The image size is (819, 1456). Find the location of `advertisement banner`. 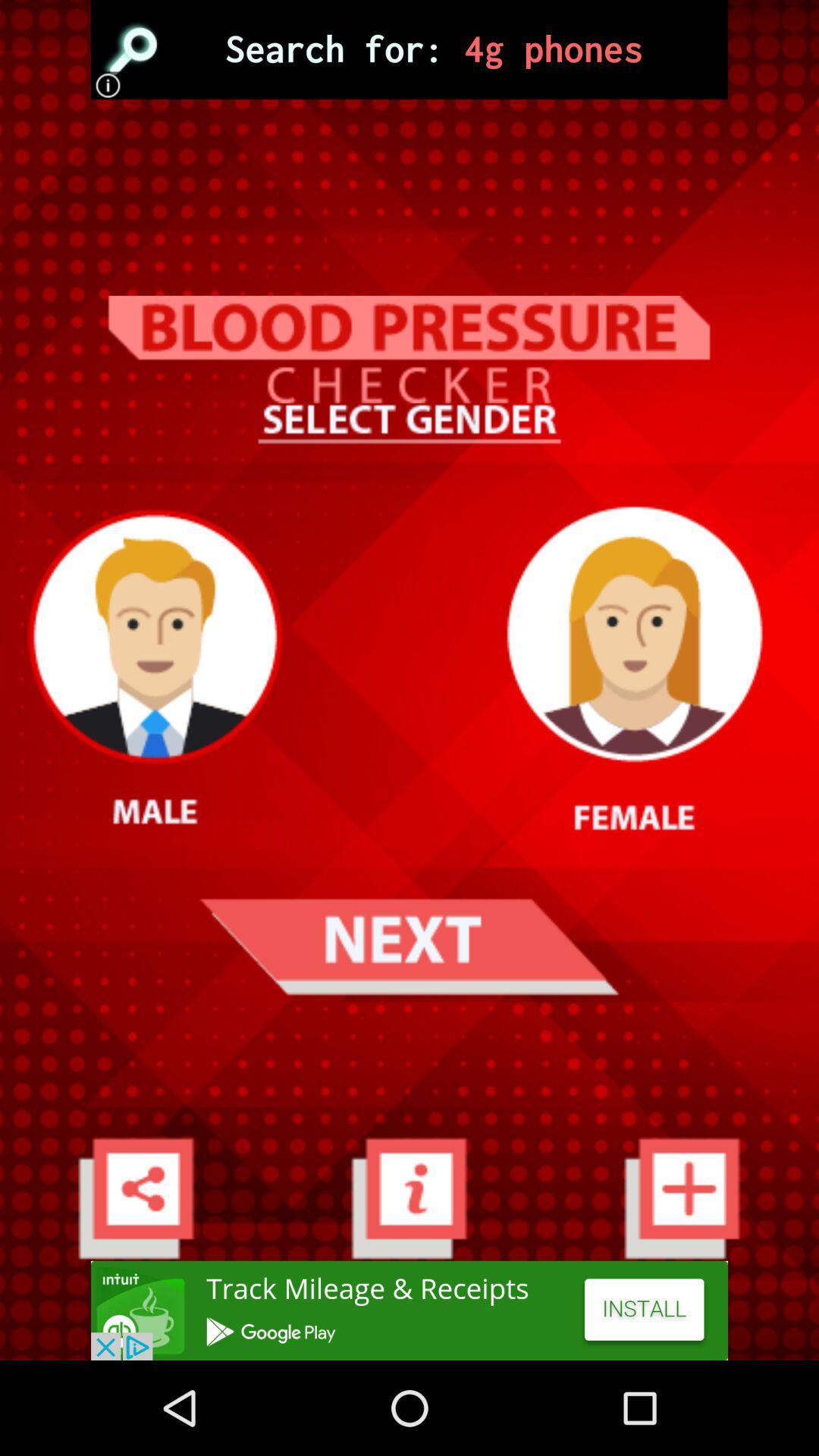

advertisement banner is located at coordinates (409, 49).